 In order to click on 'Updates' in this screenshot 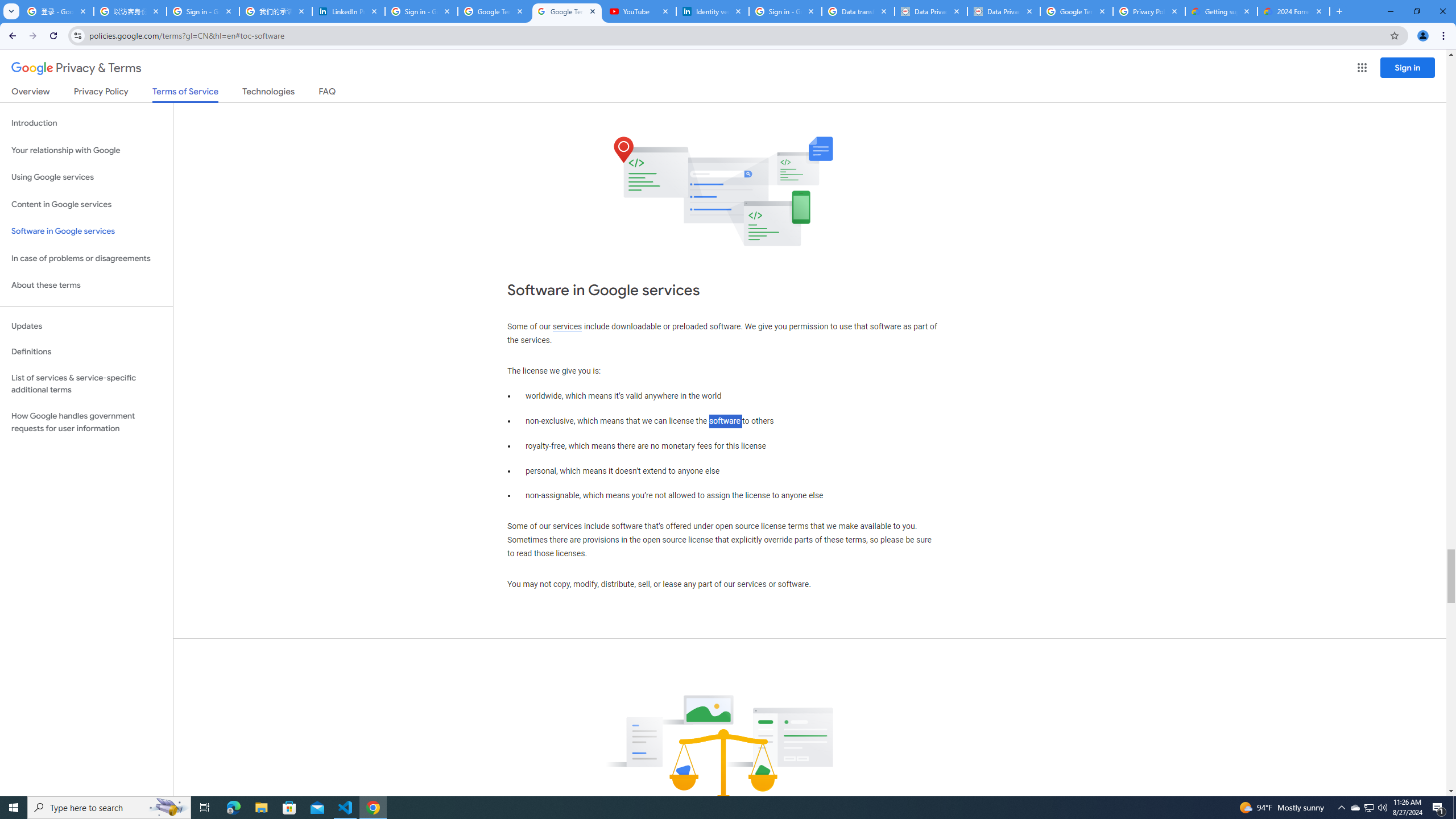, I will do `click(86, 325)`.